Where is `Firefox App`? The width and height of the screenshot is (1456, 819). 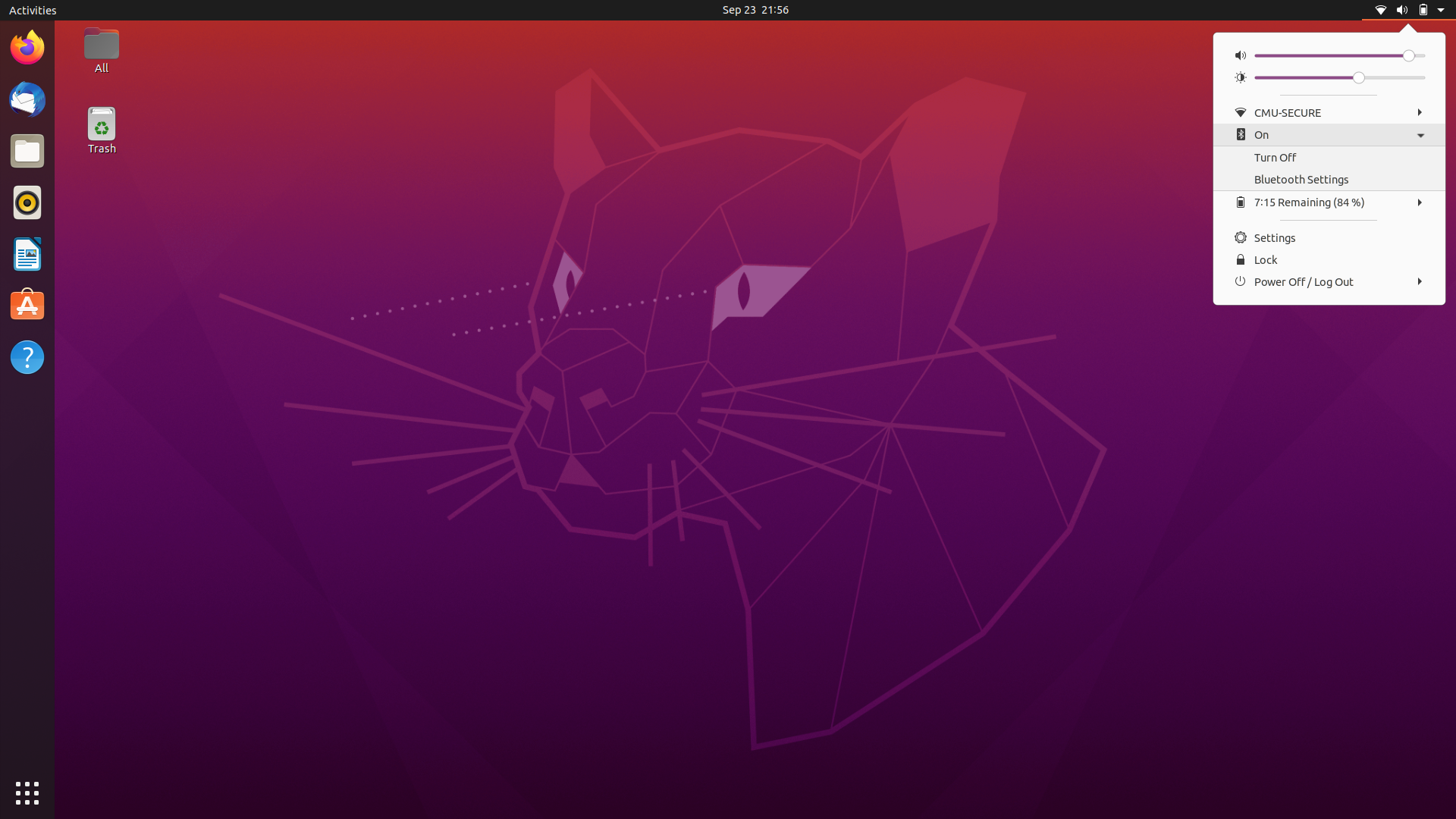
Firefox App is located at coordinates (26, 45).